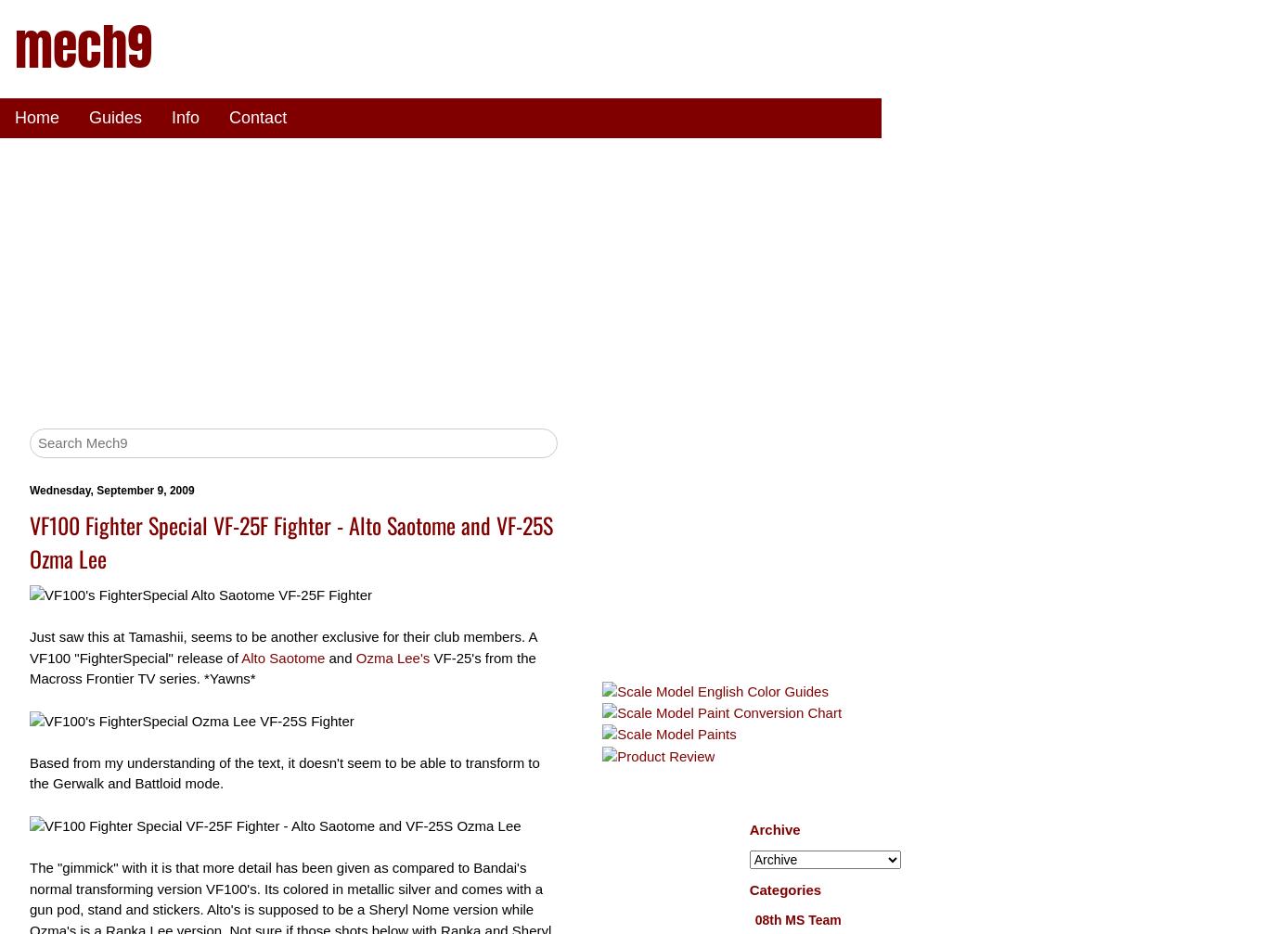 Image resolution: width=1288 pixels, height=934 pixels. What do you see at coordinates (290, 540) in the screenshot?
I see `'VF100 Fighter Special VF-25F Fighter - Alto Saotome and VF-25S Ozma Lee'` at bounding box center [290, 540].